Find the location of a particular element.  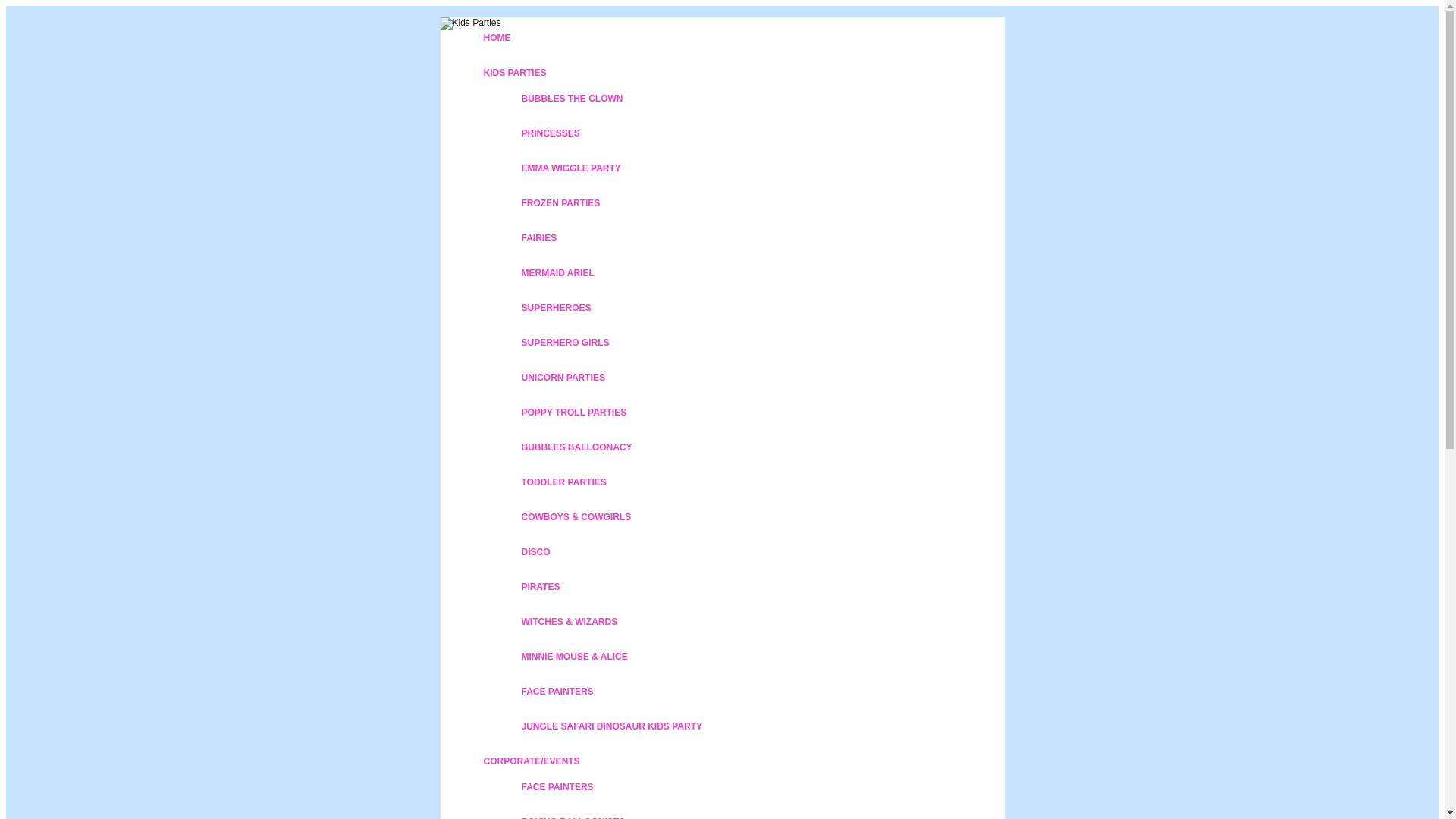

'PIRATES' is located at coordinates (540, 586).